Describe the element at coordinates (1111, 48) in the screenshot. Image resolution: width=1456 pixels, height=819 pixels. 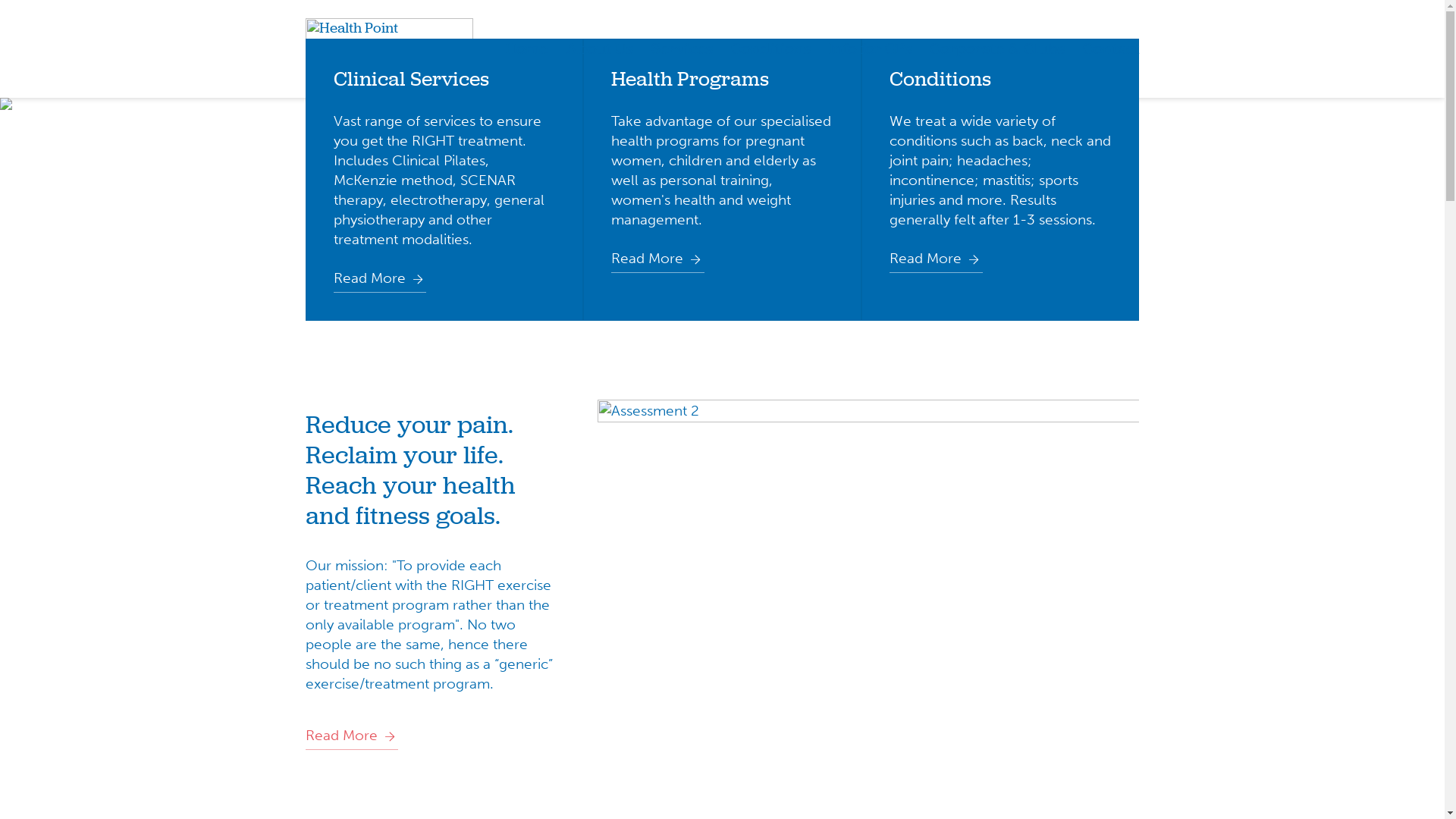
I see `'Contact'` at that location.